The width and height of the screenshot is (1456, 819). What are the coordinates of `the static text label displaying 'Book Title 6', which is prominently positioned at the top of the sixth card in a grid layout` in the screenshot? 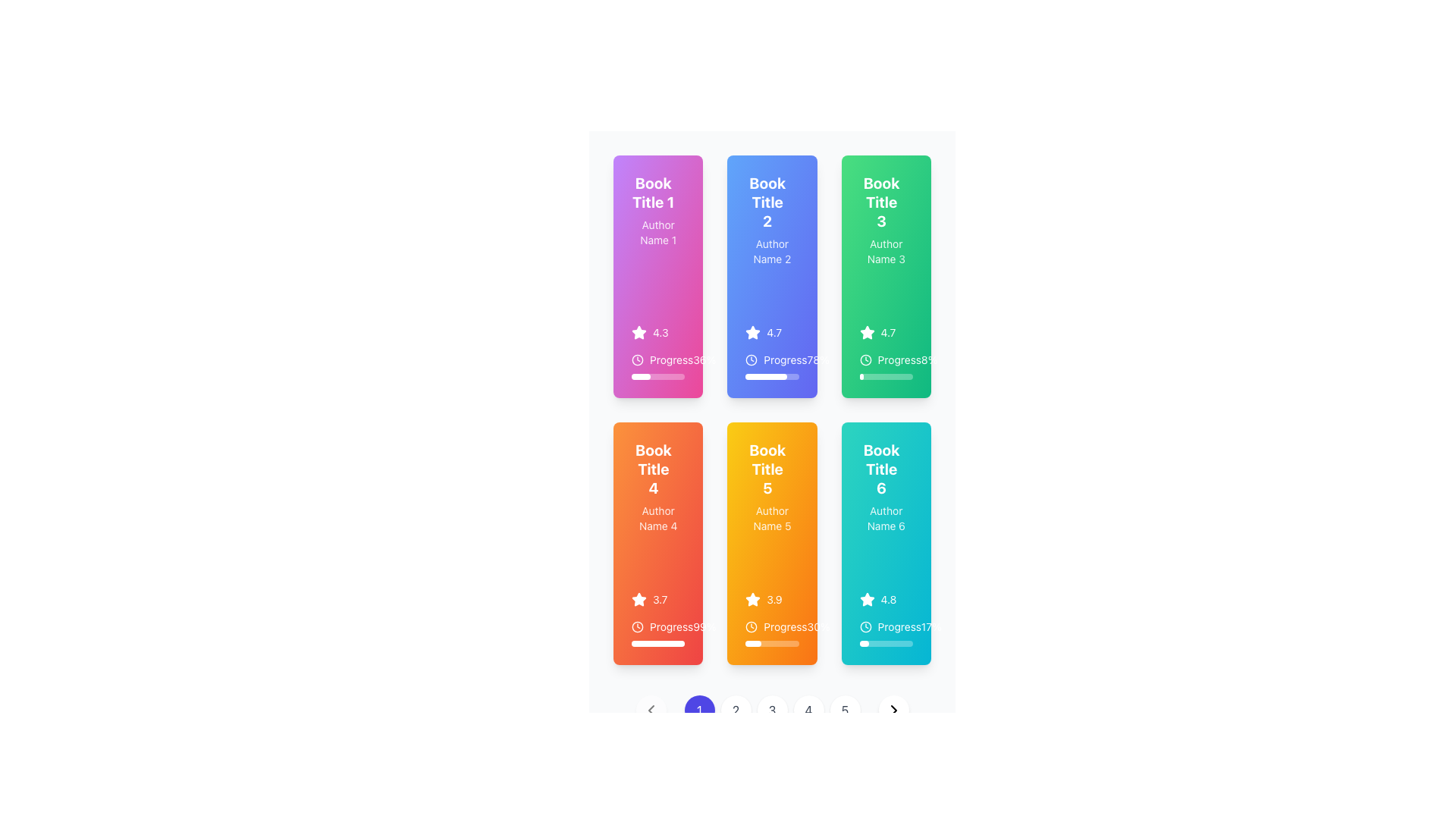 It's located at (881, 468).